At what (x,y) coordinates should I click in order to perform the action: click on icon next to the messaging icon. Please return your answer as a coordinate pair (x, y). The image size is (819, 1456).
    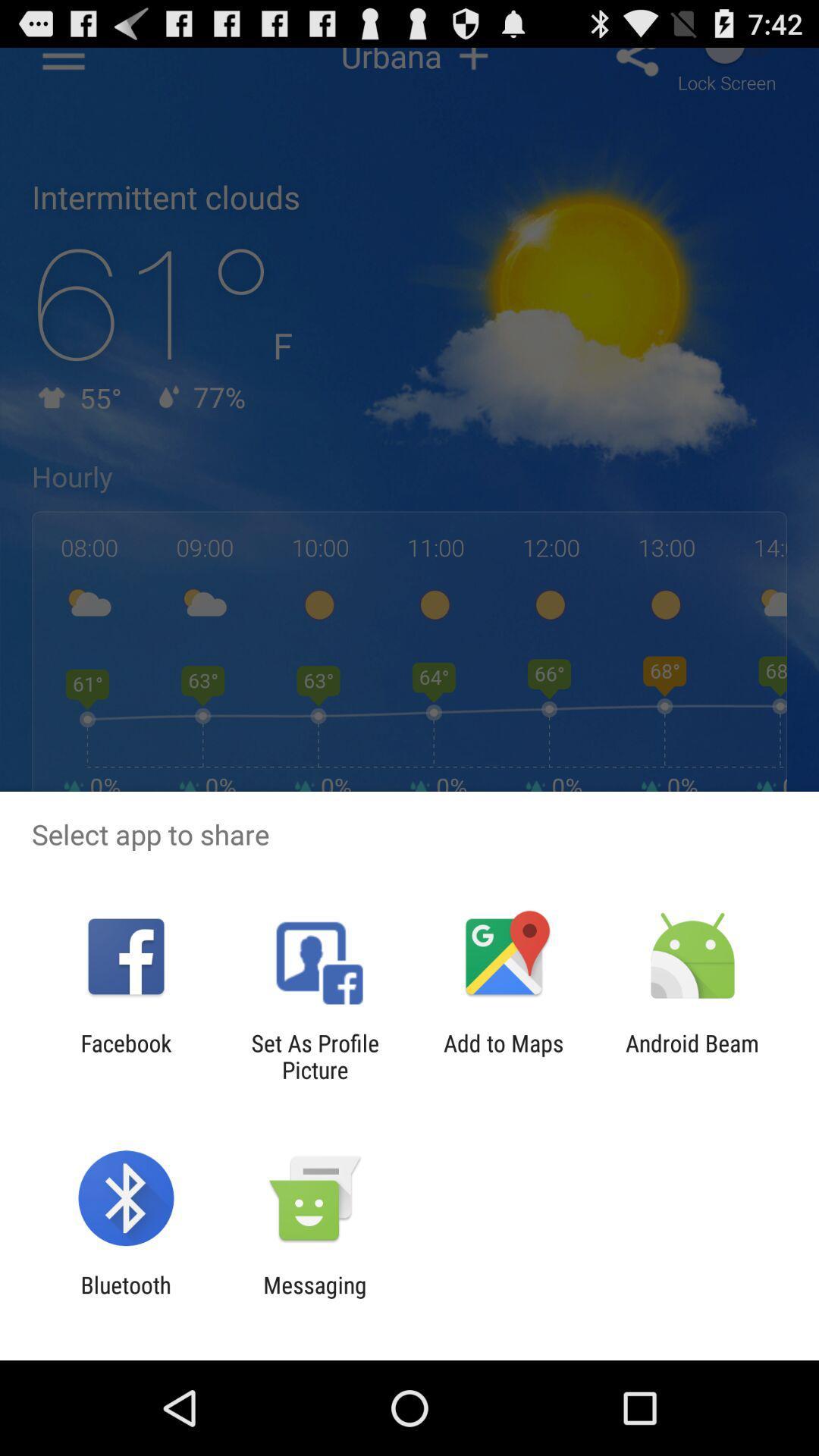
    Looking at the image, I should click on (125, 1298).